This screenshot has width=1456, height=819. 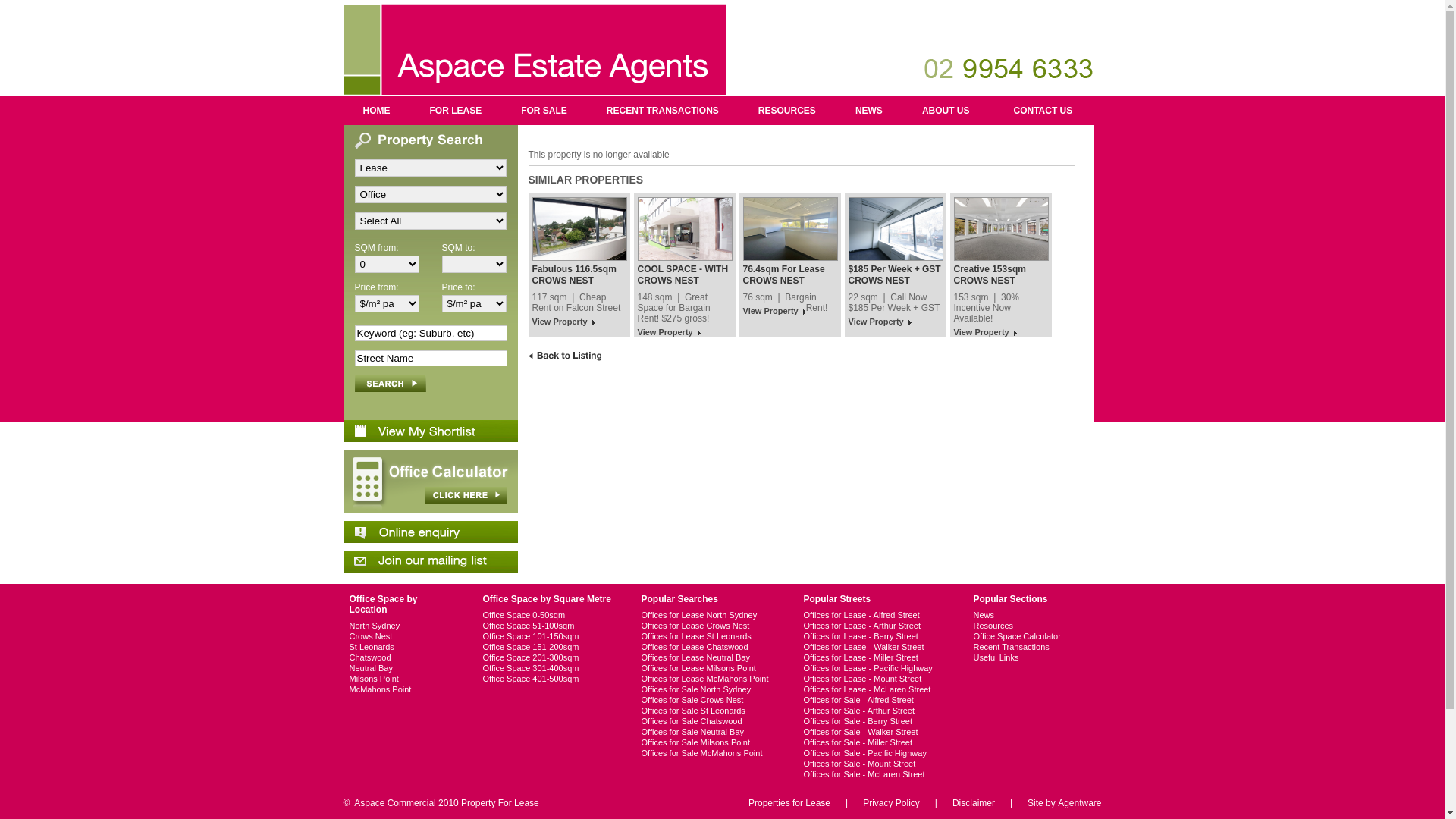 I want to click on 'Offices for Sale McMahons Point', so click(x=709, y=752).